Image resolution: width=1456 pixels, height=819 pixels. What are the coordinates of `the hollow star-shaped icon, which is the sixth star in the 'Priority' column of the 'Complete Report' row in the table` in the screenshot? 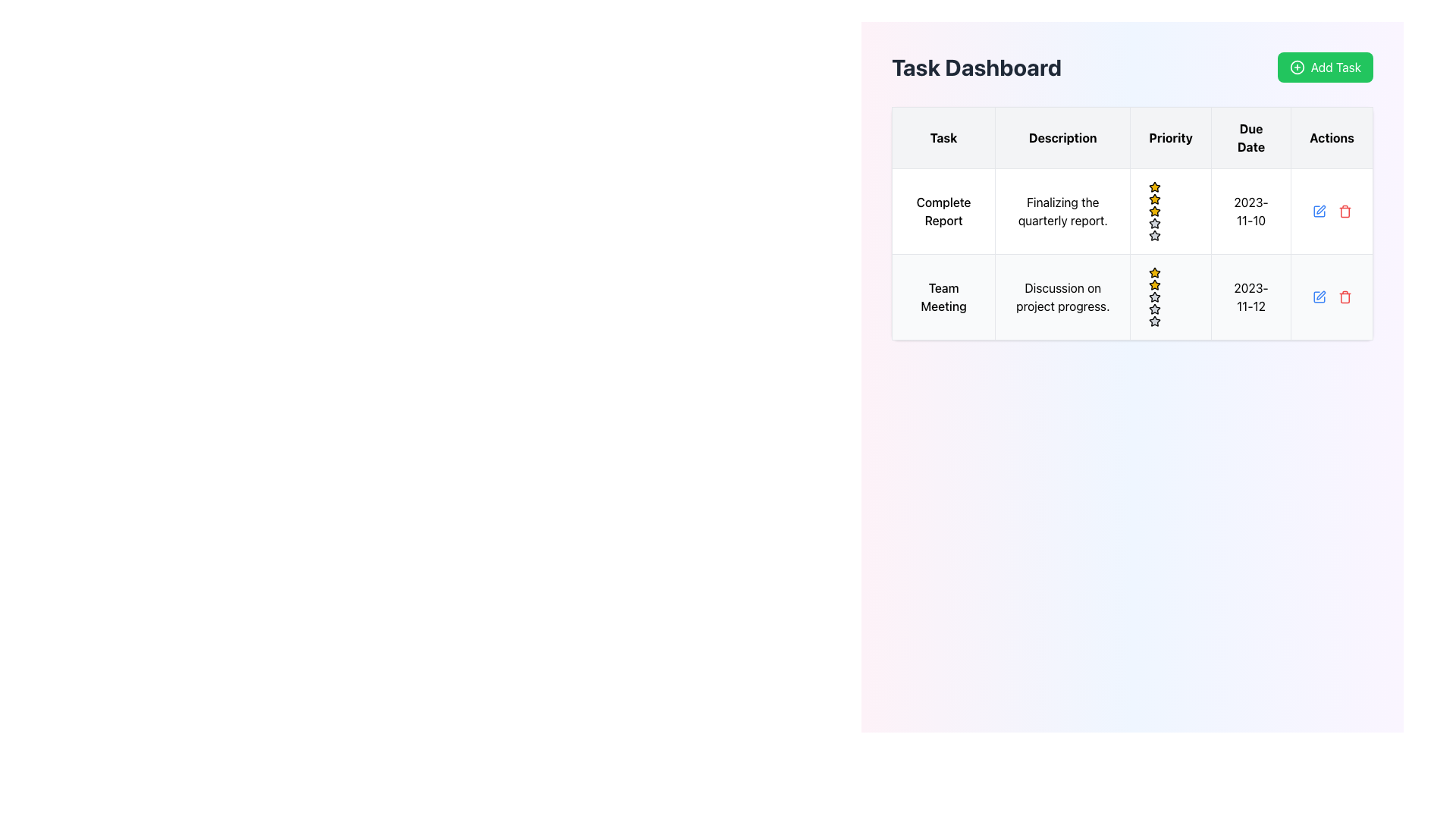 It's located at (1154, 236).